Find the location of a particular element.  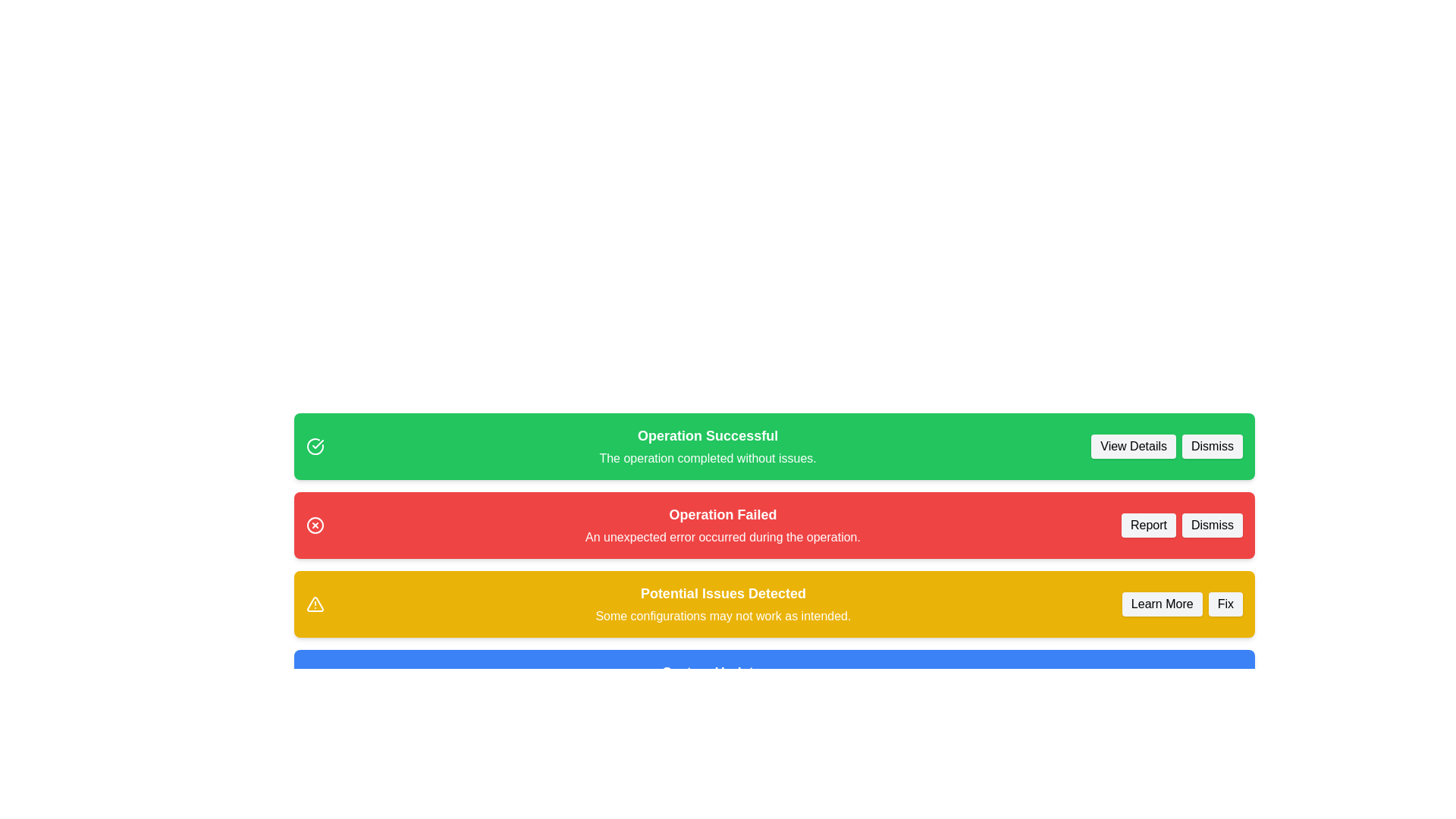

the heading element located at the top of the yellow section, which summarizes the primary concern or status of that section, just below the red section labeled 'Operation Failed' is located at coordinates (722, 593).